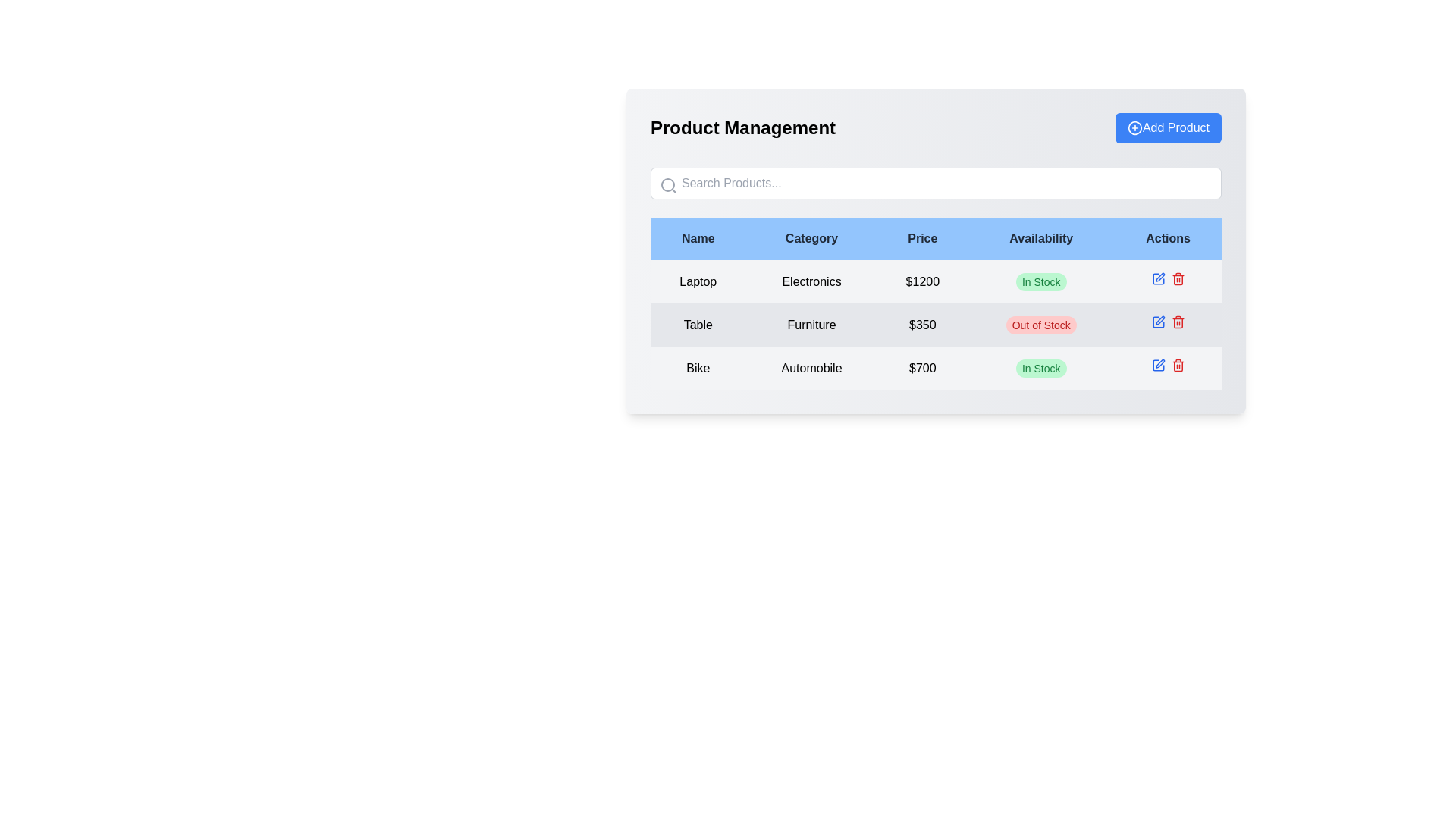 The width and height of the screenshot is (1456, 819). Describe the element at coordinates (668, 185) in the screenshot. I see `the magnifying glass icon located inside the search input field labeled 'Search Products...' to potentially trigger a search` at that location.